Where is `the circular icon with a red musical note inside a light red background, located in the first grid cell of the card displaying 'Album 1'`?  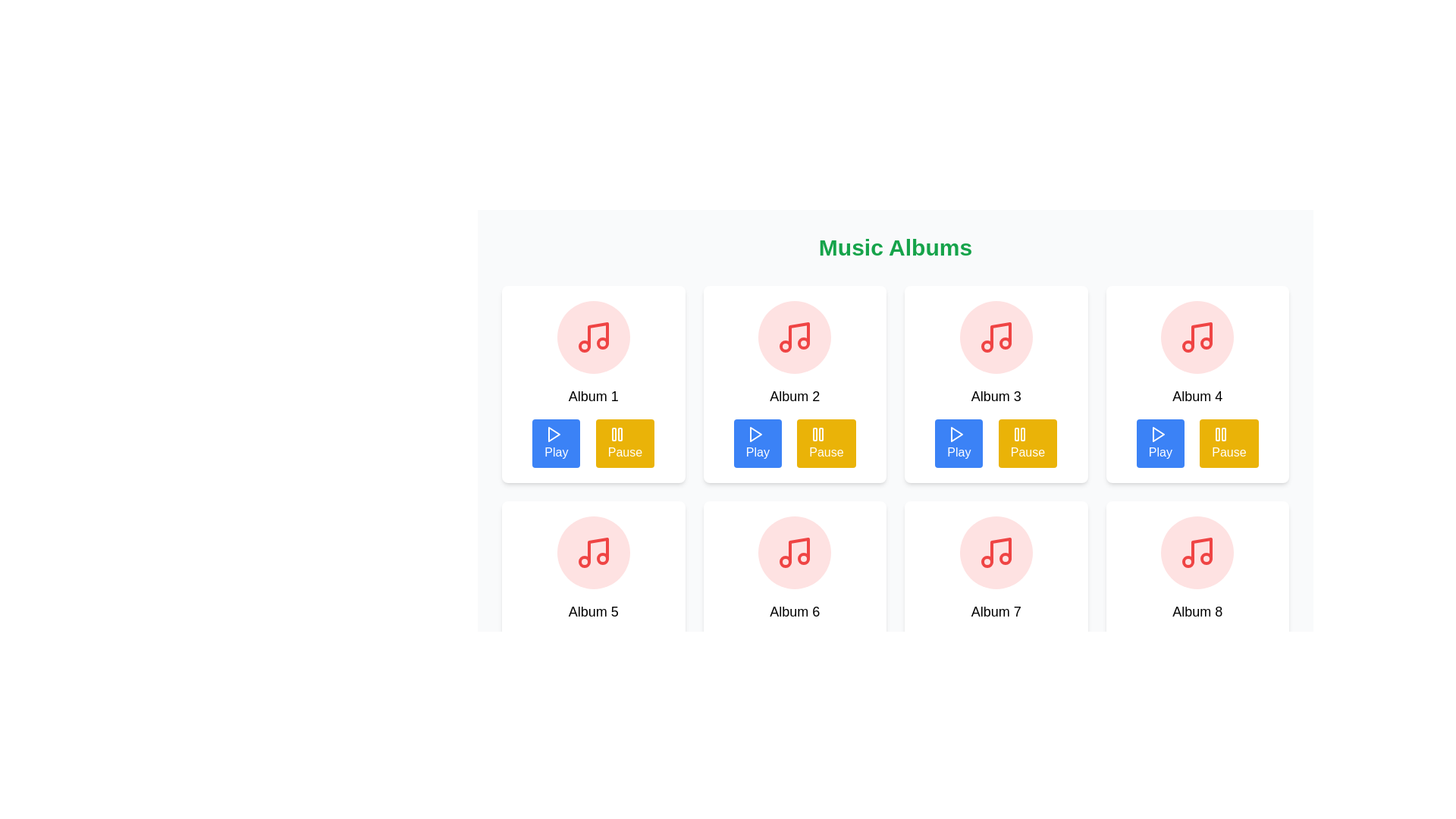 the circular icon with a red musical note inside a light red background, located in the first grid cell of the card displaying 'Album 1' is located at coordinates (592, 336).